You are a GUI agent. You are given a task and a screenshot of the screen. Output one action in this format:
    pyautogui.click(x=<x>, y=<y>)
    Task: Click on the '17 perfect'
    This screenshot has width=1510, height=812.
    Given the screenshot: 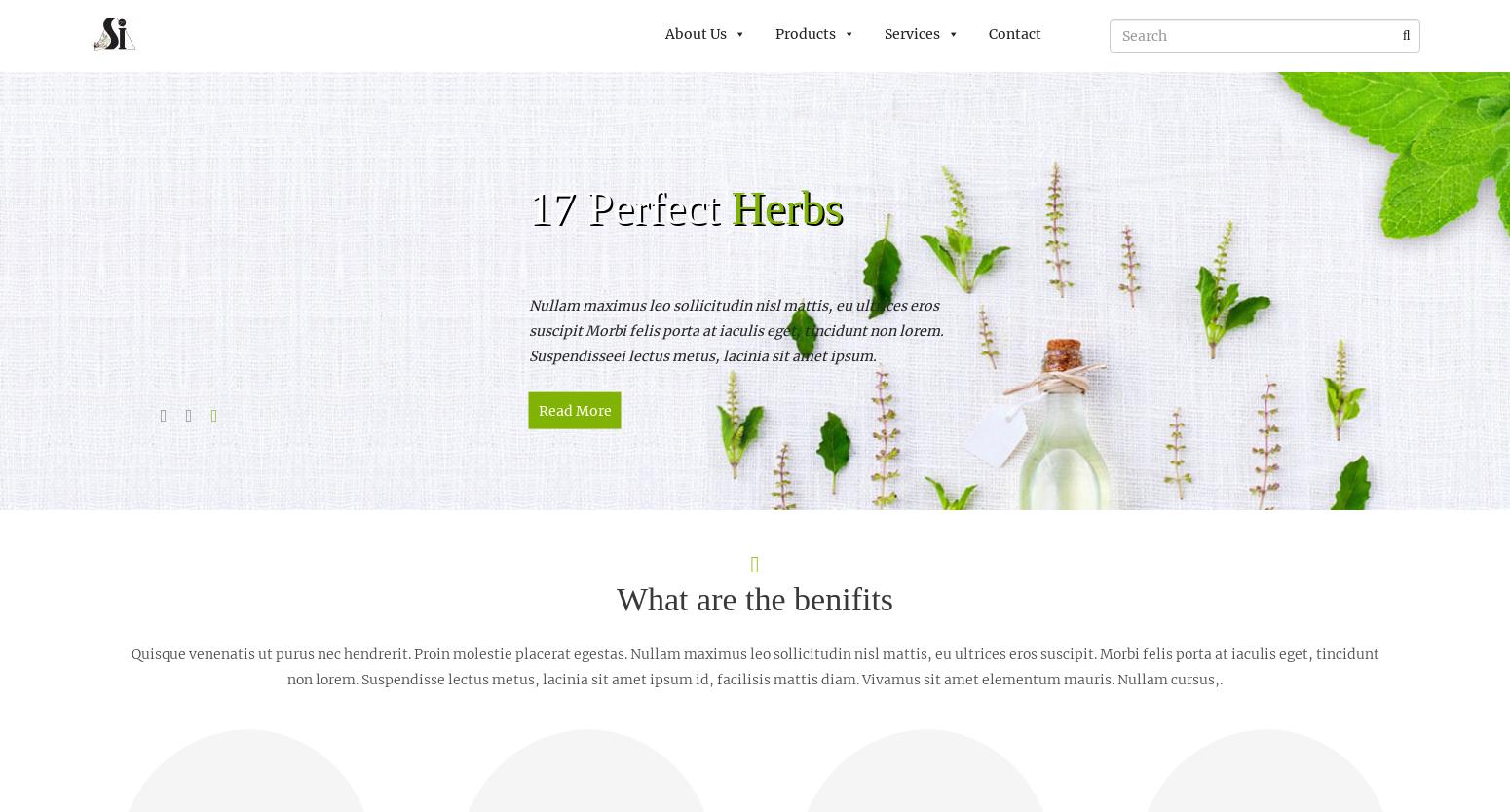 What is the action you would take?
    pyautogui.click(x=628, y=205)
    